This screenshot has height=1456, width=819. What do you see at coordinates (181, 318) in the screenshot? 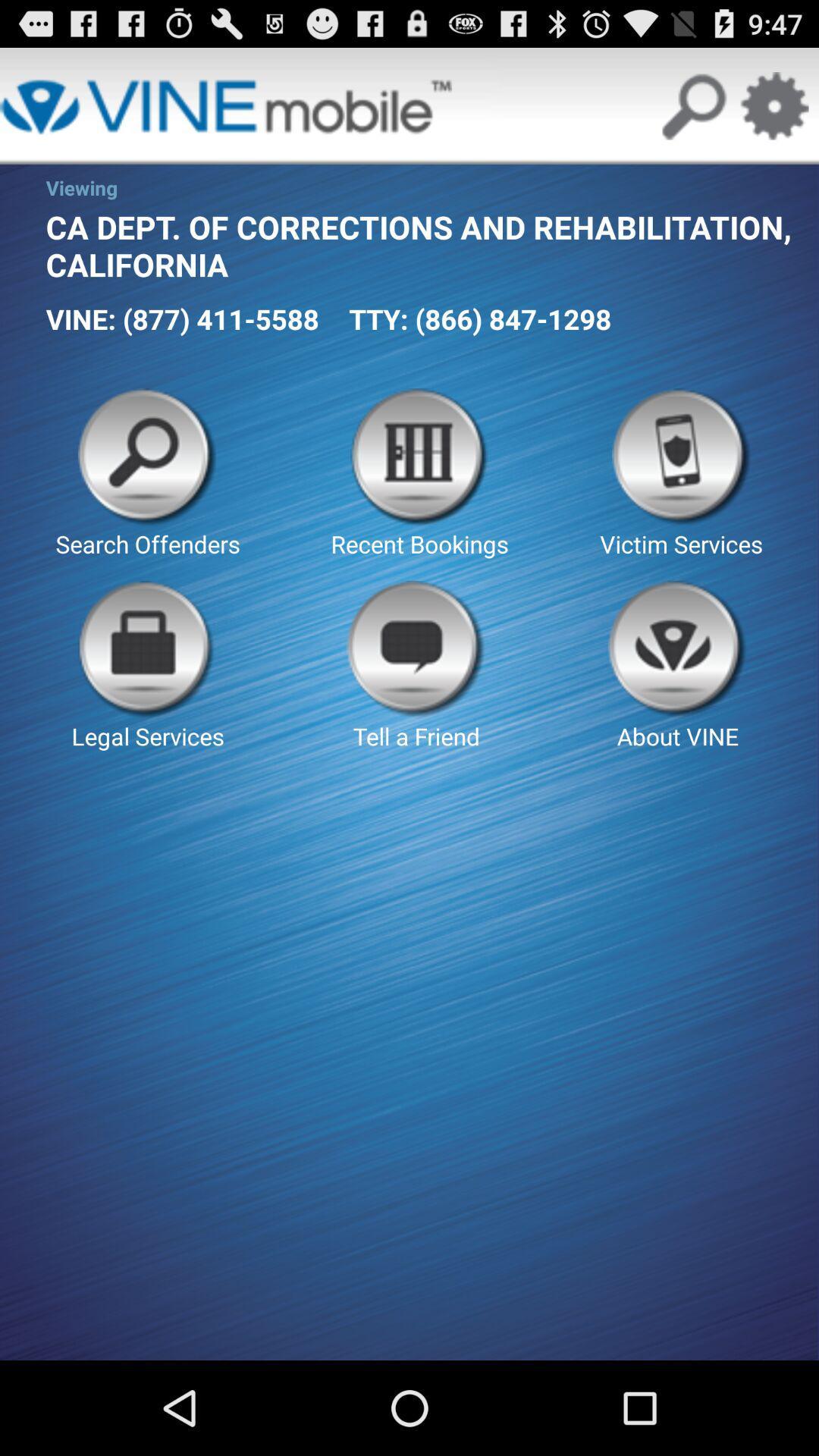
I see `the icon below ca dept of` at bounding box center [181, 318].